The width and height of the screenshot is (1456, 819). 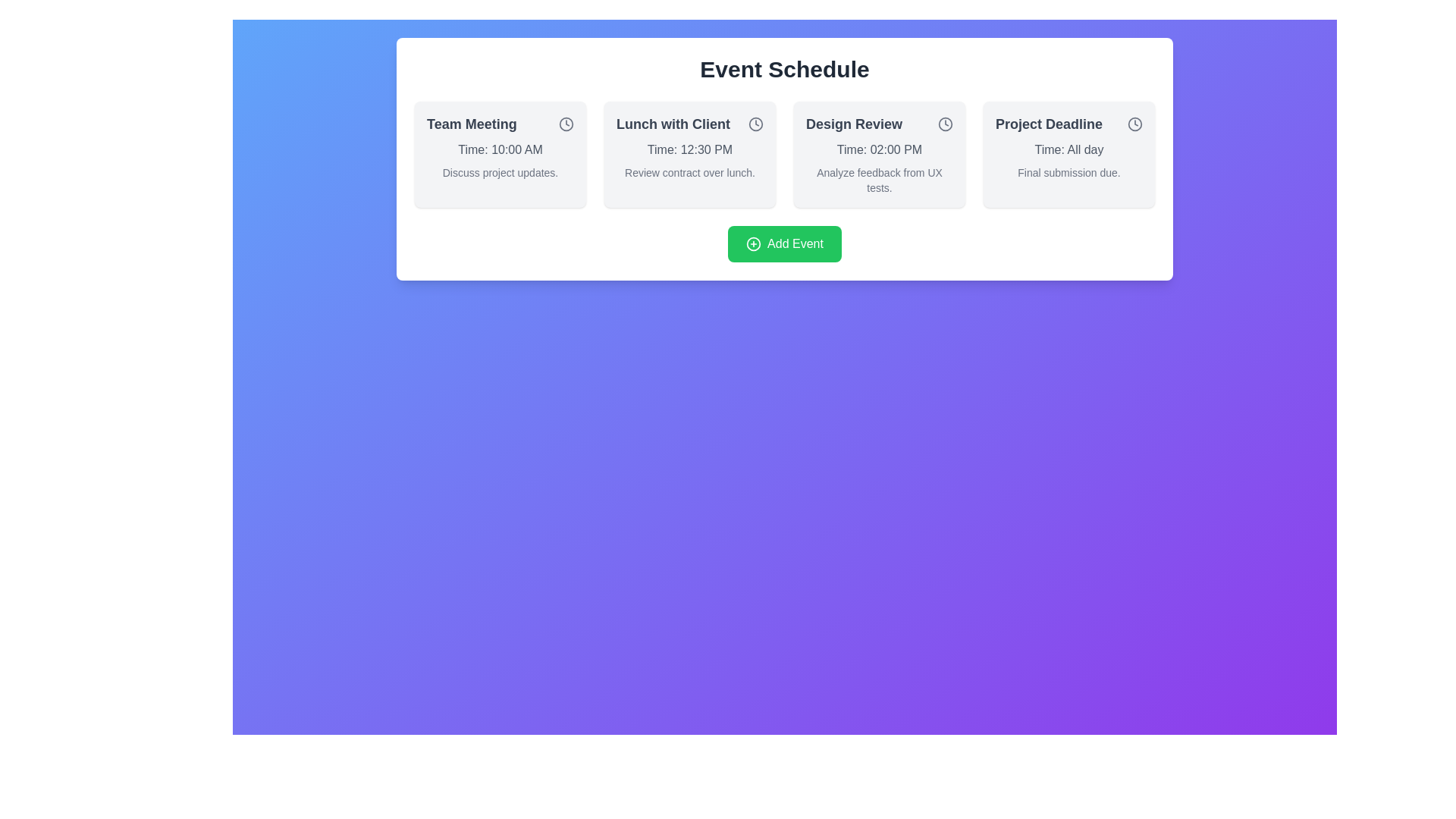 I want to click on the text label 'Project Deadline', which is styled in bold and large font, located in the upper-right corner of a card in the fourth column under 'Event Schedule', so click(x=1048, y=124).